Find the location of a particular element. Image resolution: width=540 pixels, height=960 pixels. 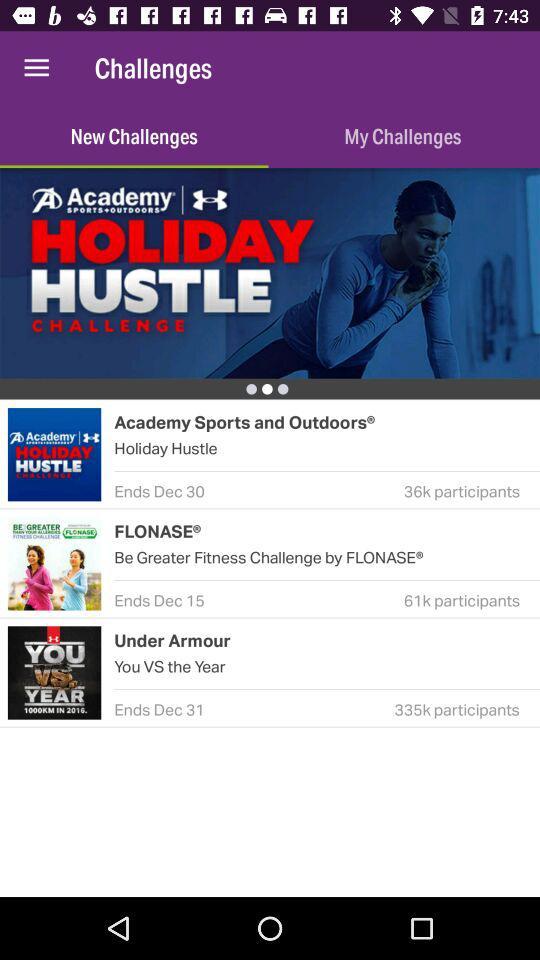

see article is located at coordinates (270, 272).